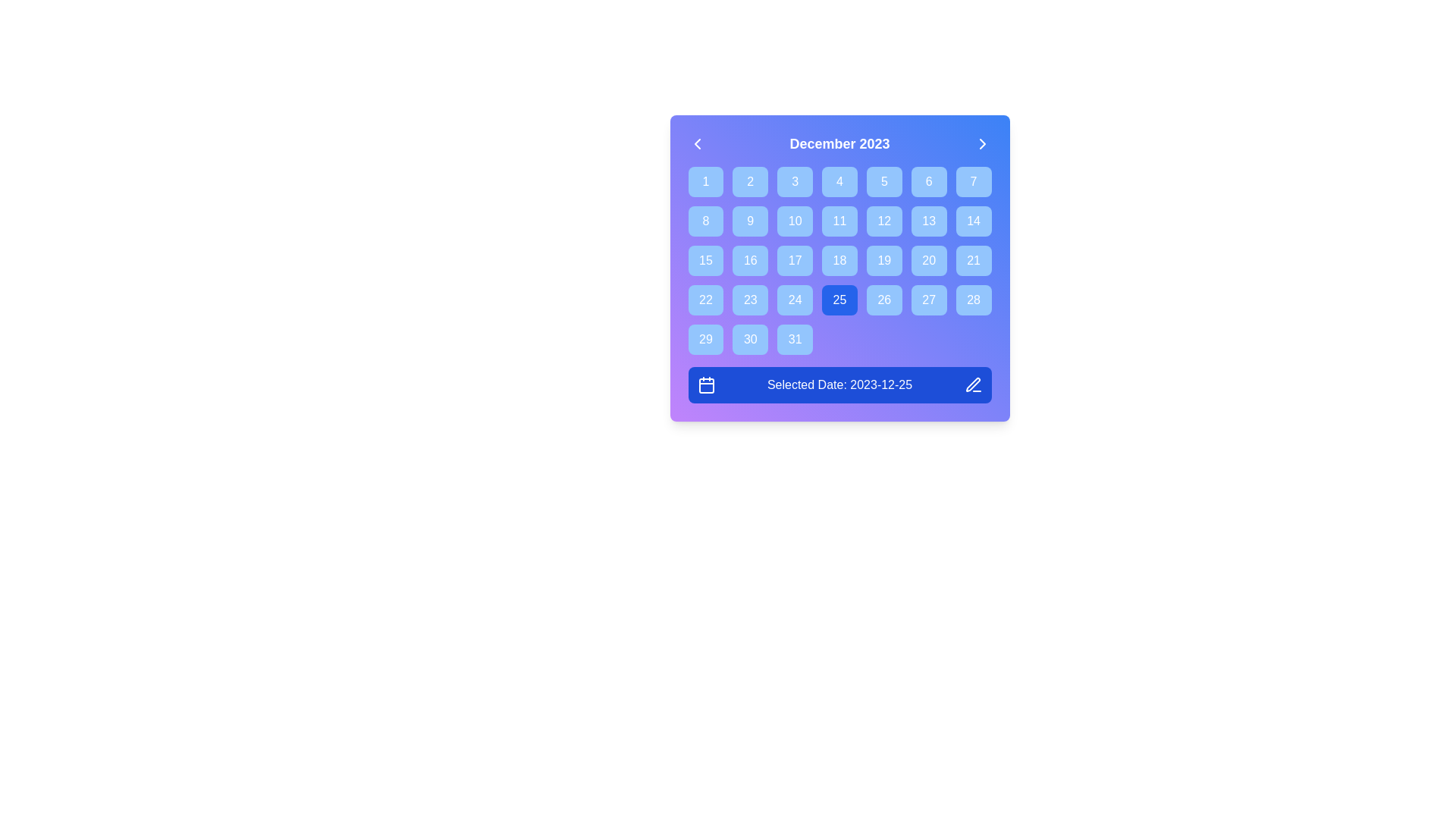  What do you see at coordinates (928, 221) in the screenshot?
I see `the button displaying the number '13' in the second row and sixth column of the calendar grid` at bounding box center [928, 221].